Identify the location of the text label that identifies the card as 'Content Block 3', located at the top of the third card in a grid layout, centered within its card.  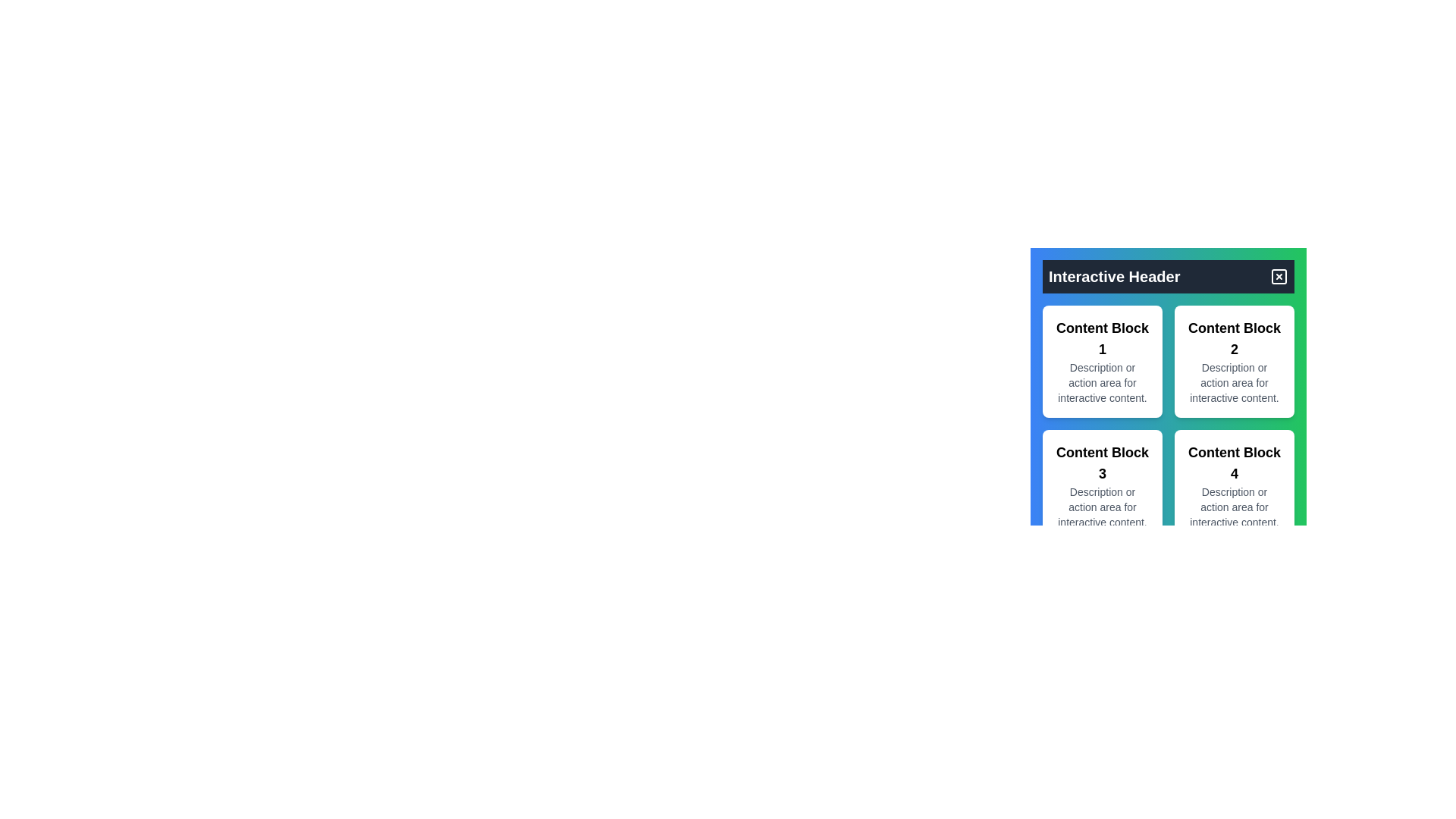
(1103, 462).